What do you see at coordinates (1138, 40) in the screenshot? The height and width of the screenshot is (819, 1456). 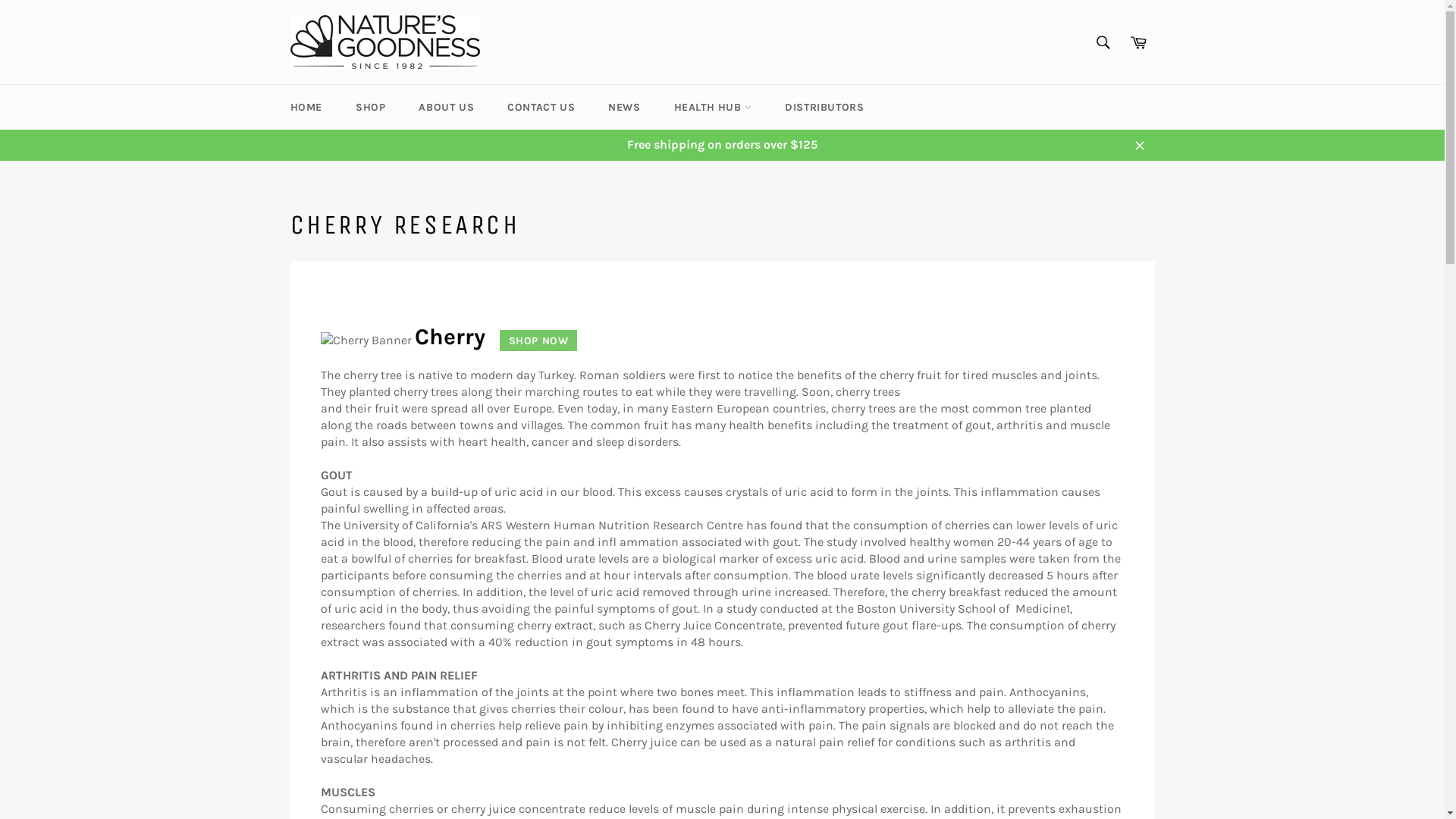 I see `'Cart'` at bounding box center [1138, 40].